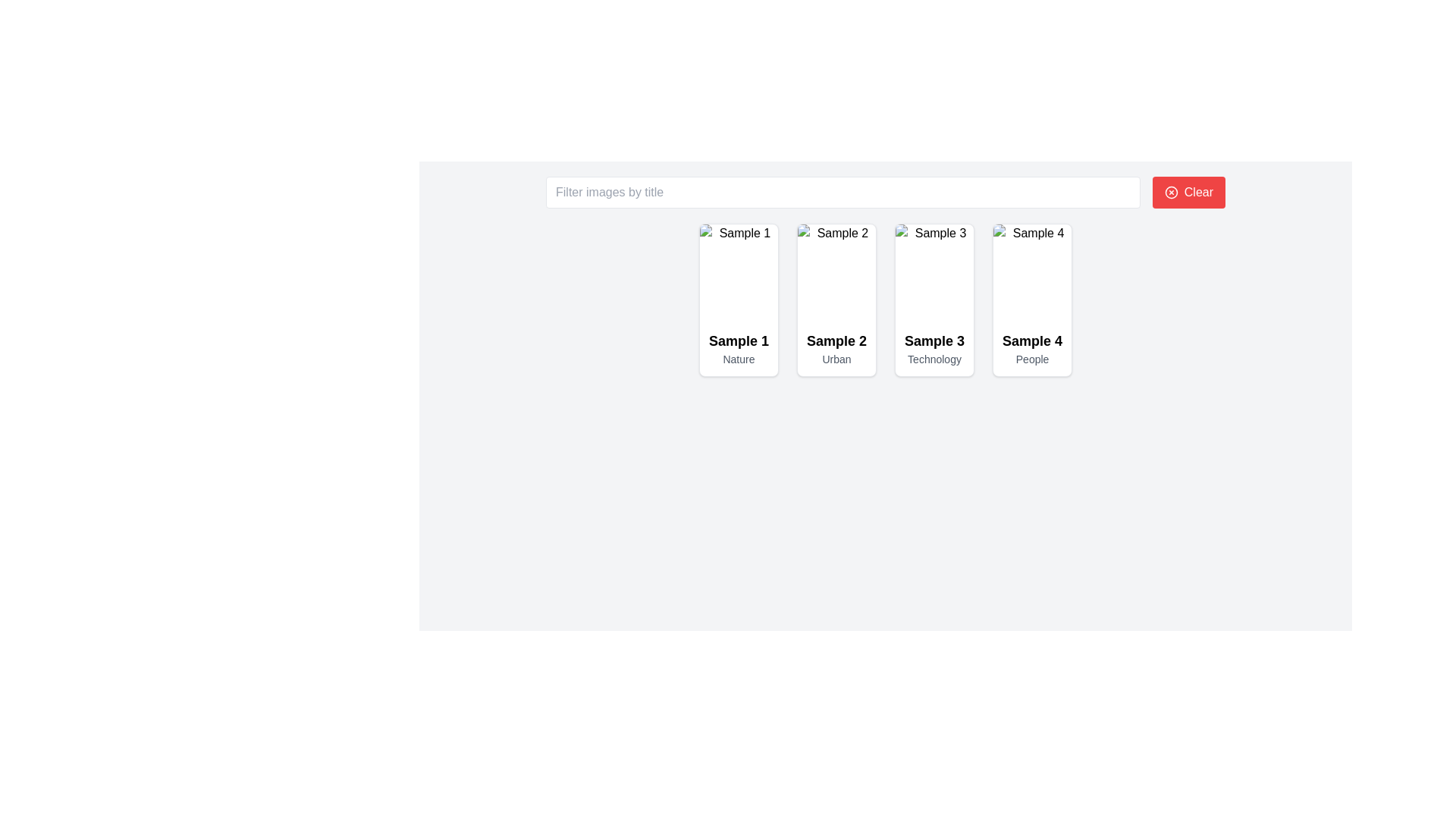  Describe the element at coordinates (1170, 192) in the screenshot. I see `the circular red 'X' icon located to the left of the 'Clear' text button` at that location.